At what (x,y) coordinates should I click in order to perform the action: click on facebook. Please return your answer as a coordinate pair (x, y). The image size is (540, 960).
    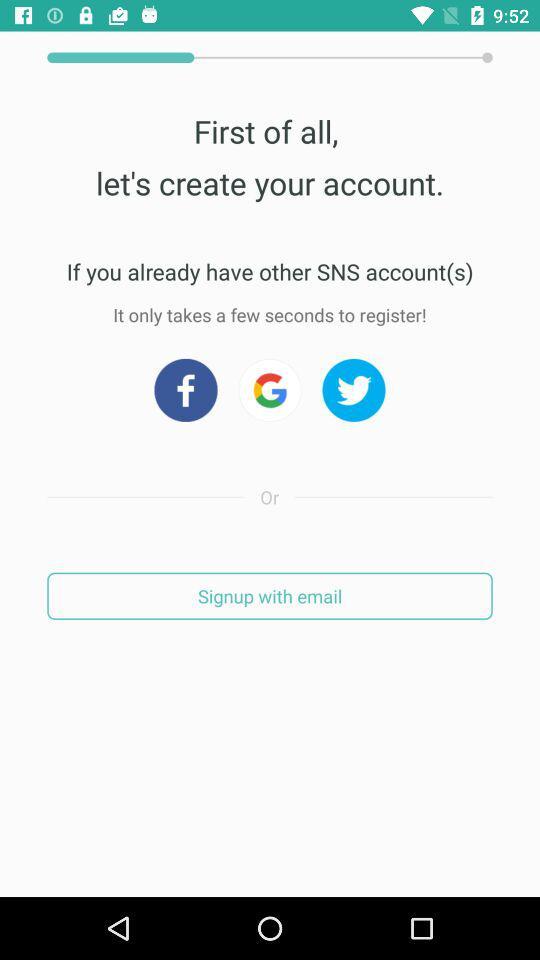
    Looking at the image, I should click on (185, 389).